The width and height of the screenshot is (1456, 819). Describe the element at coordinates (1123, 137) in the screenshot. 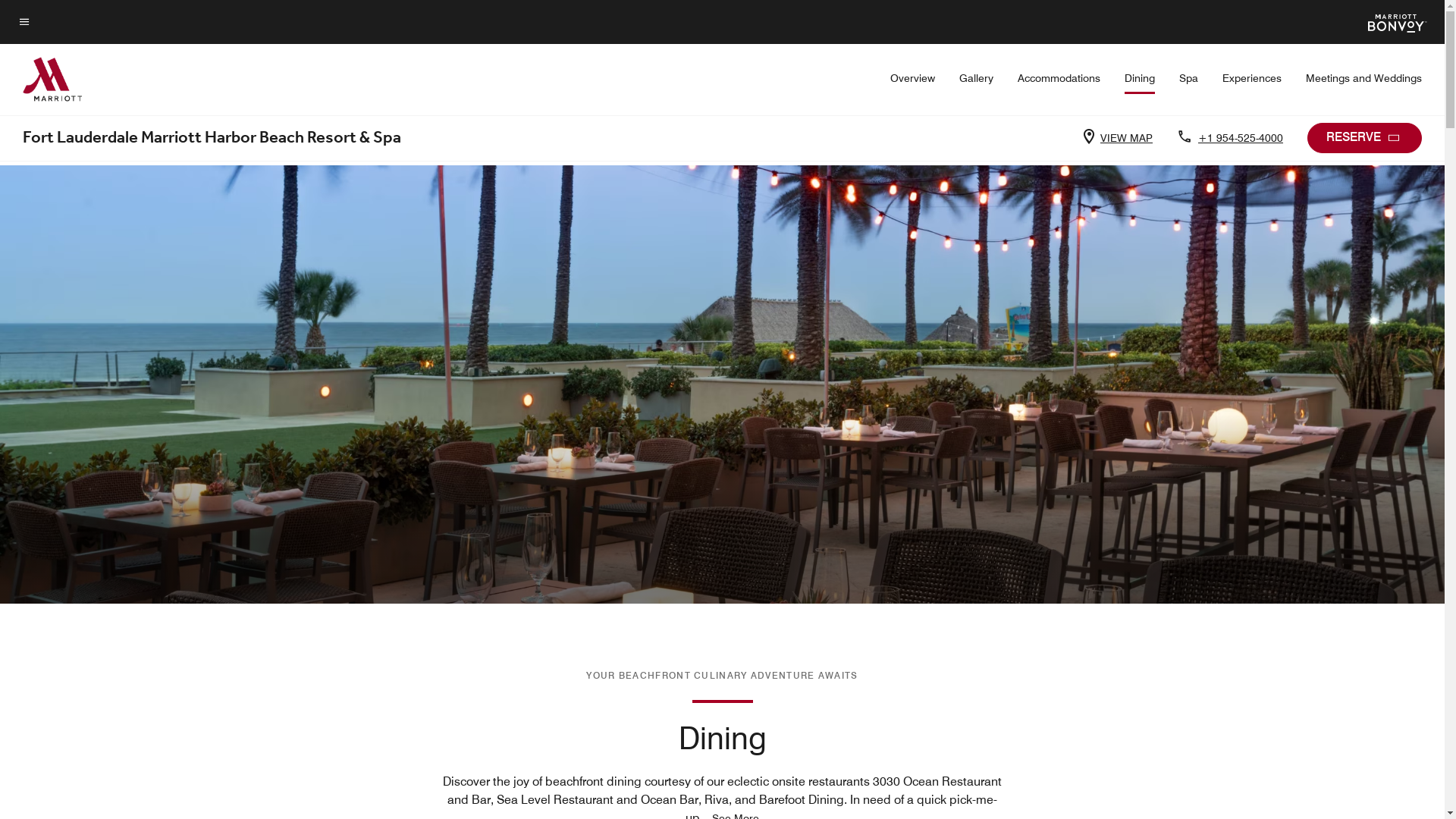

I see `'VIEW MAP'` at that location.